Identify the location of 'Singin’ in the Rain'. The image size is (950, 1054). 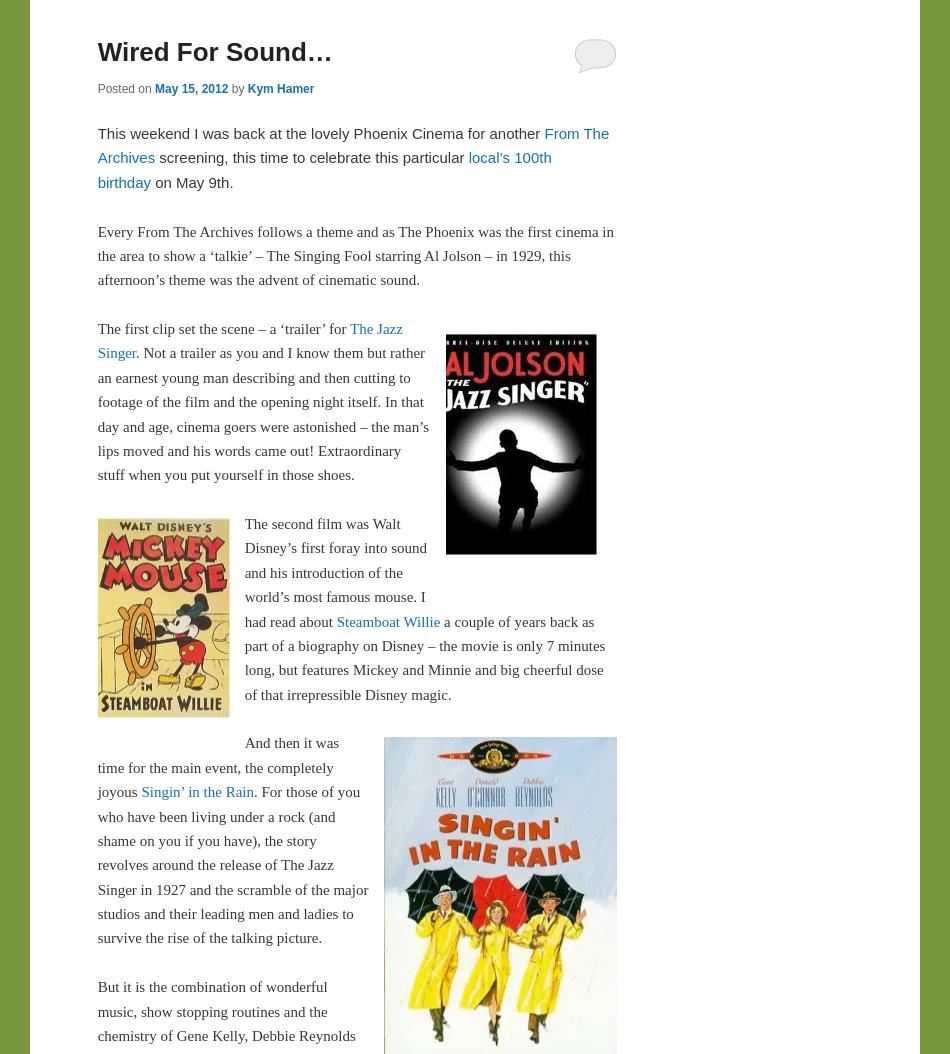
(197, 790).